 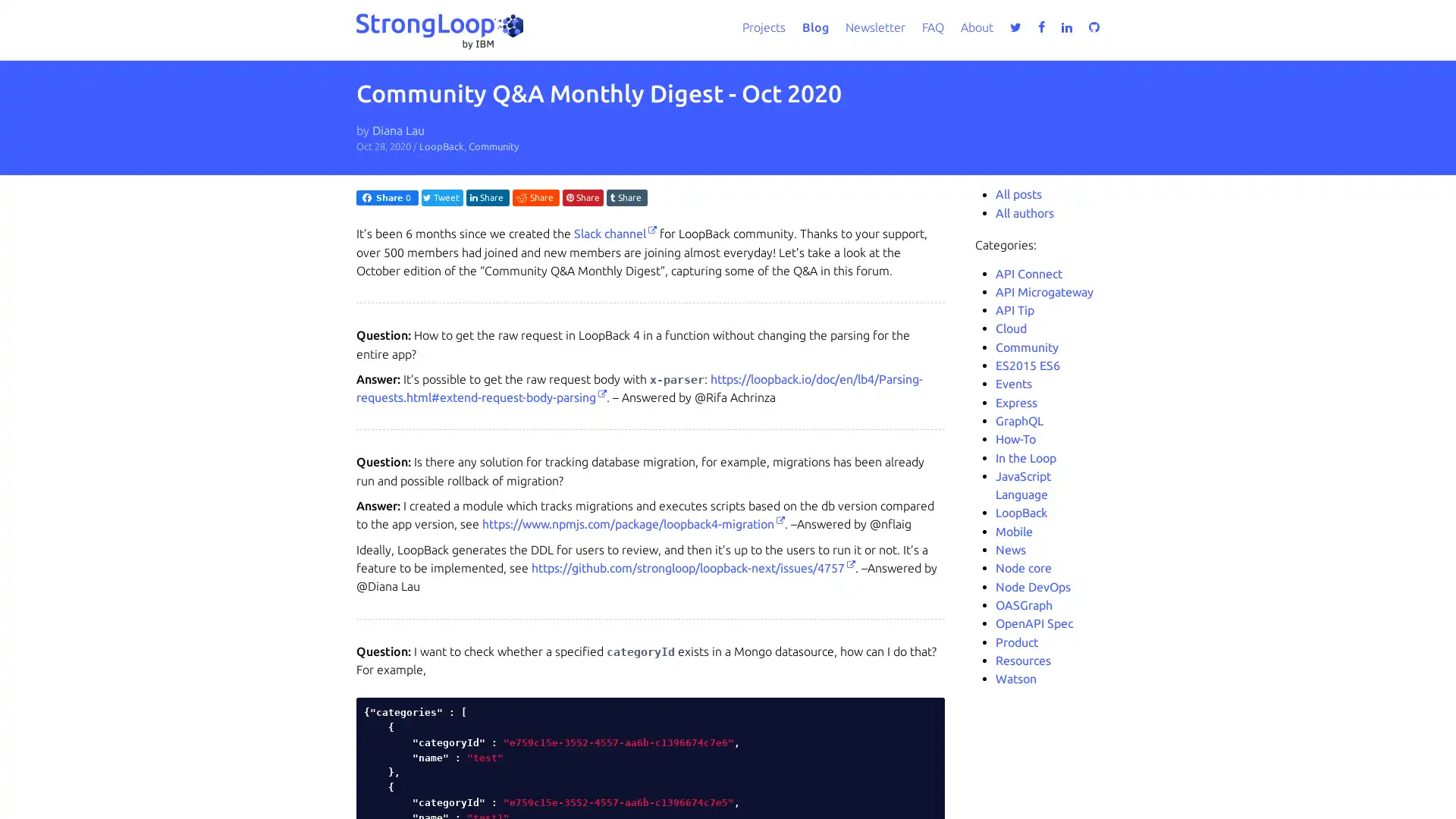 I want to click on Accept all, so click(x=1333, y=714).